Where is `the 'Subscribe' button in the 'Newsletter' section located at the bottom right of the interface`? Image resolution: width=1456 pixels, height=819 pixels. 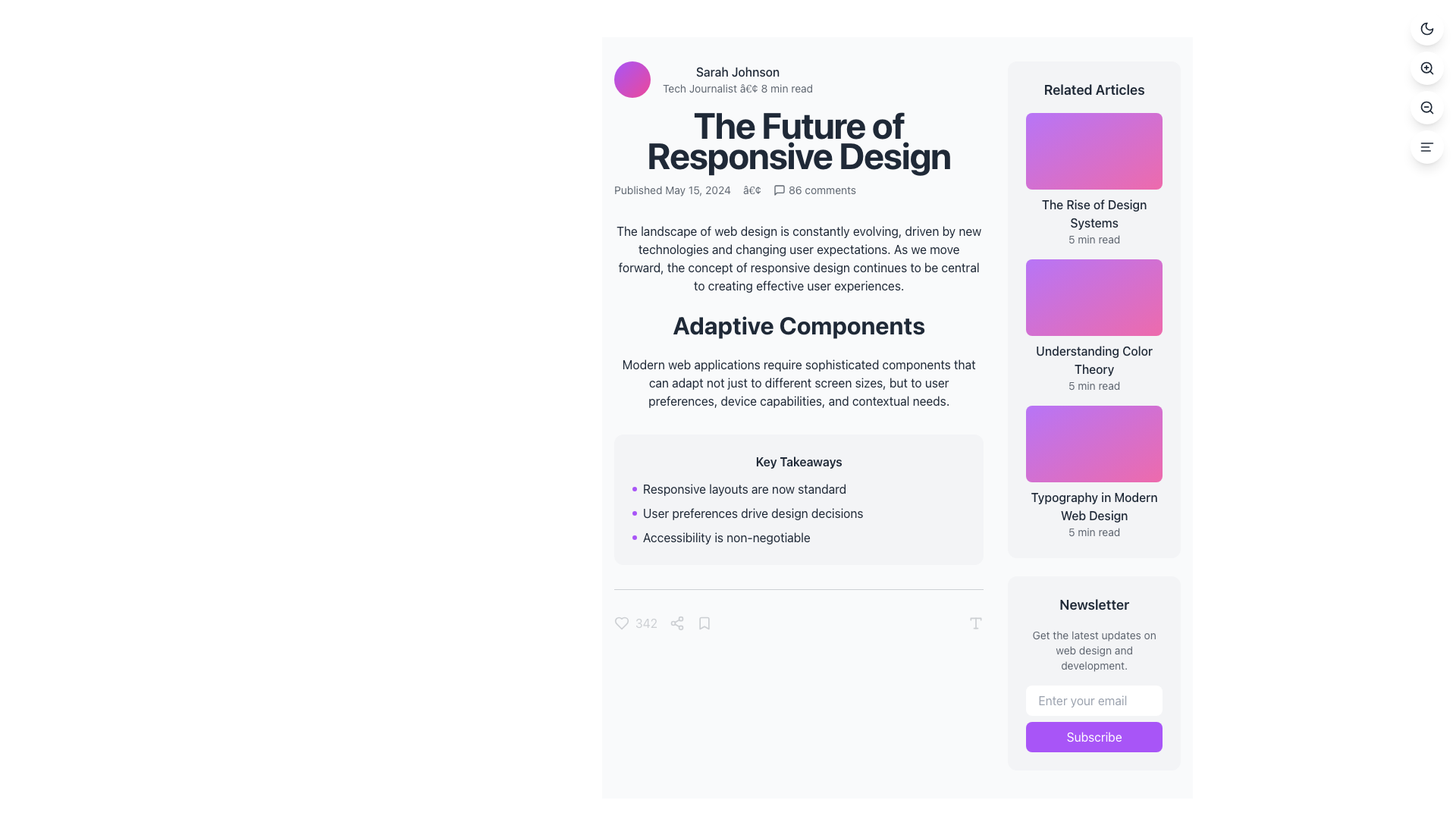 the 'Subscribe' button in the 'Newsletter' section located at the bottom right of the interface is located at coordinates (1094, 736).